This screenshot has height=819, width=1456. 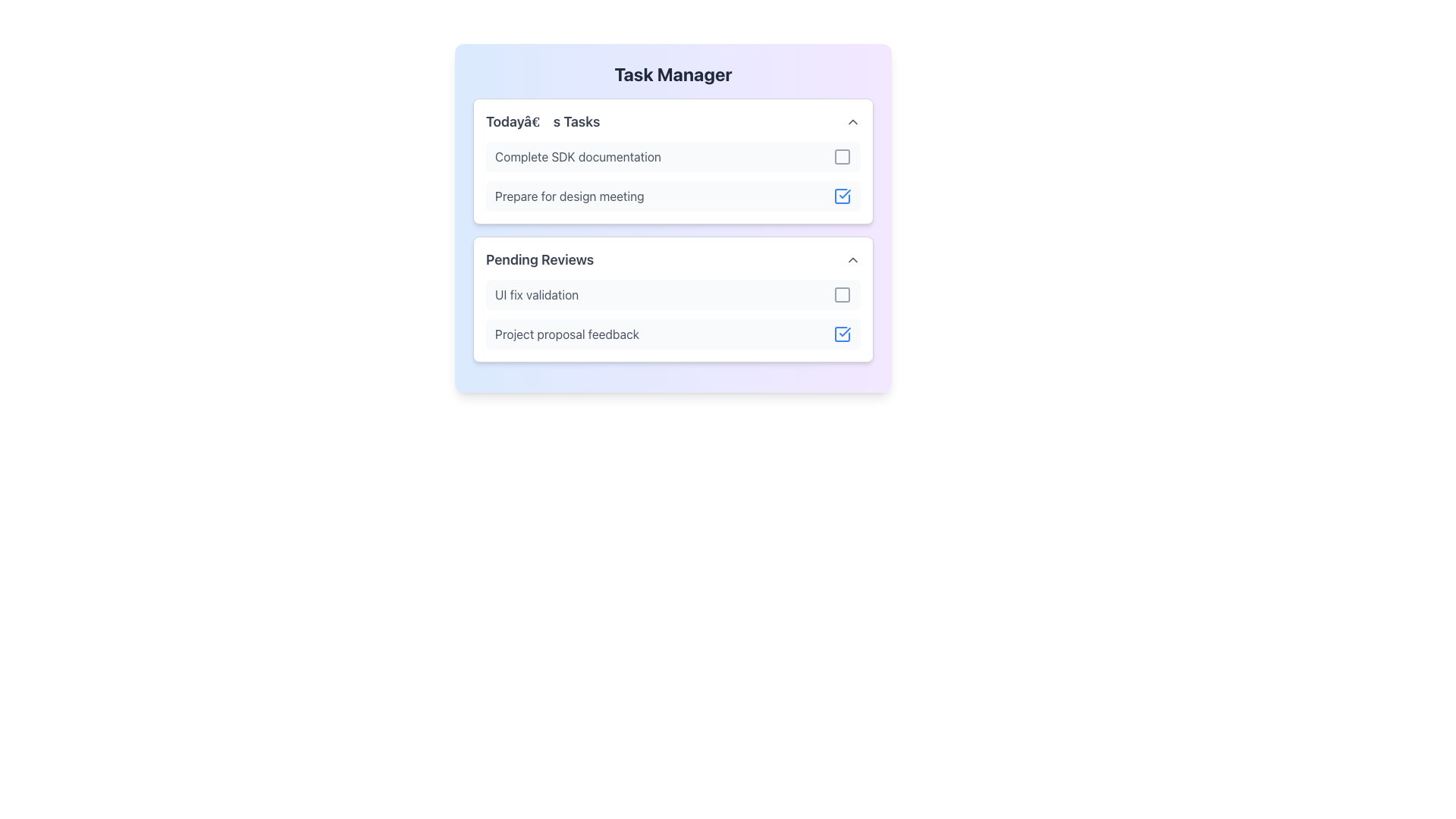 I want to click on the checkbox of the second task in the 'Today's Tasks' section of the Task Manager to mark it as completed, so click(x=673, y=175).